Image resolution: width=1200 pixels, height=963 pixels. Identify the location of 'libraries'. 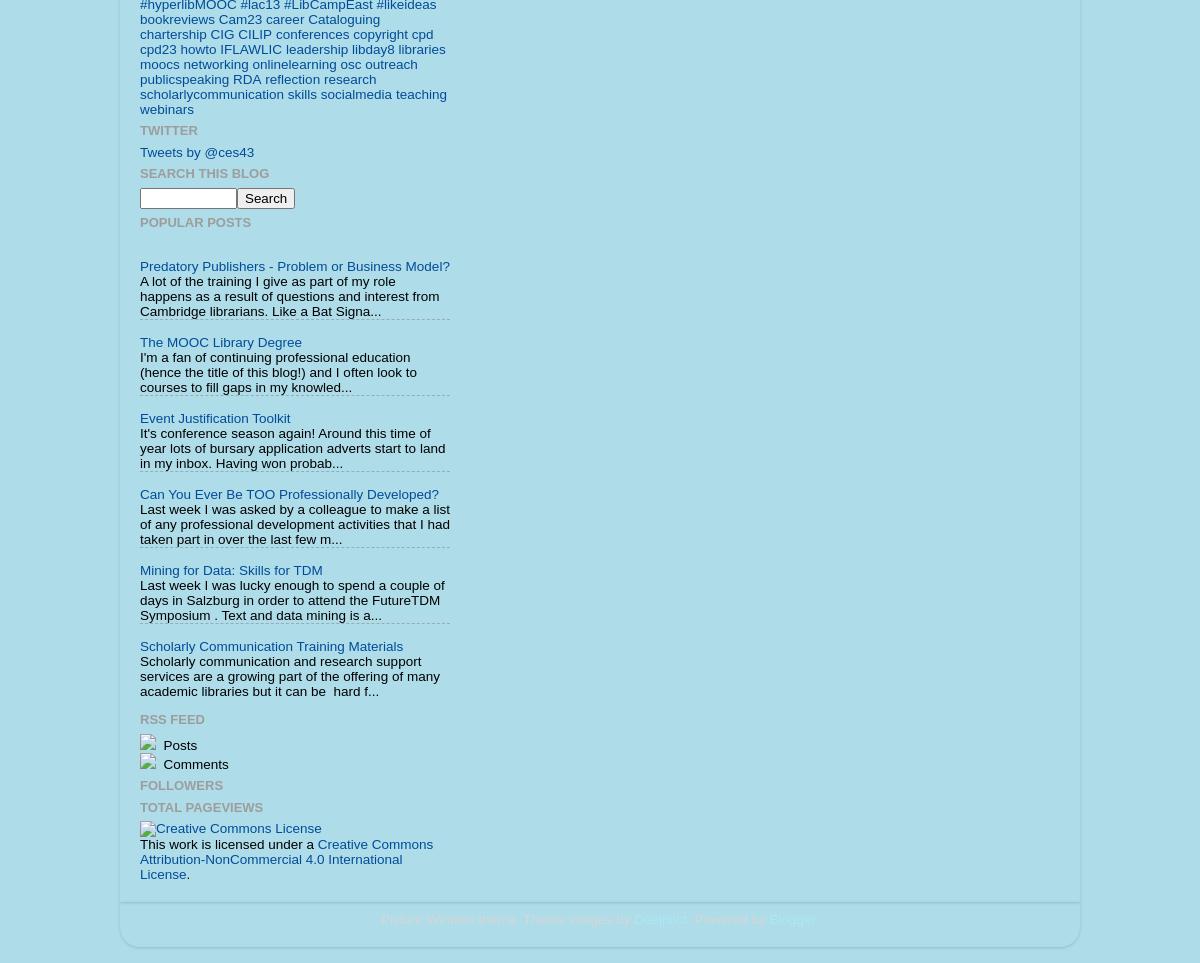
(398, 48).